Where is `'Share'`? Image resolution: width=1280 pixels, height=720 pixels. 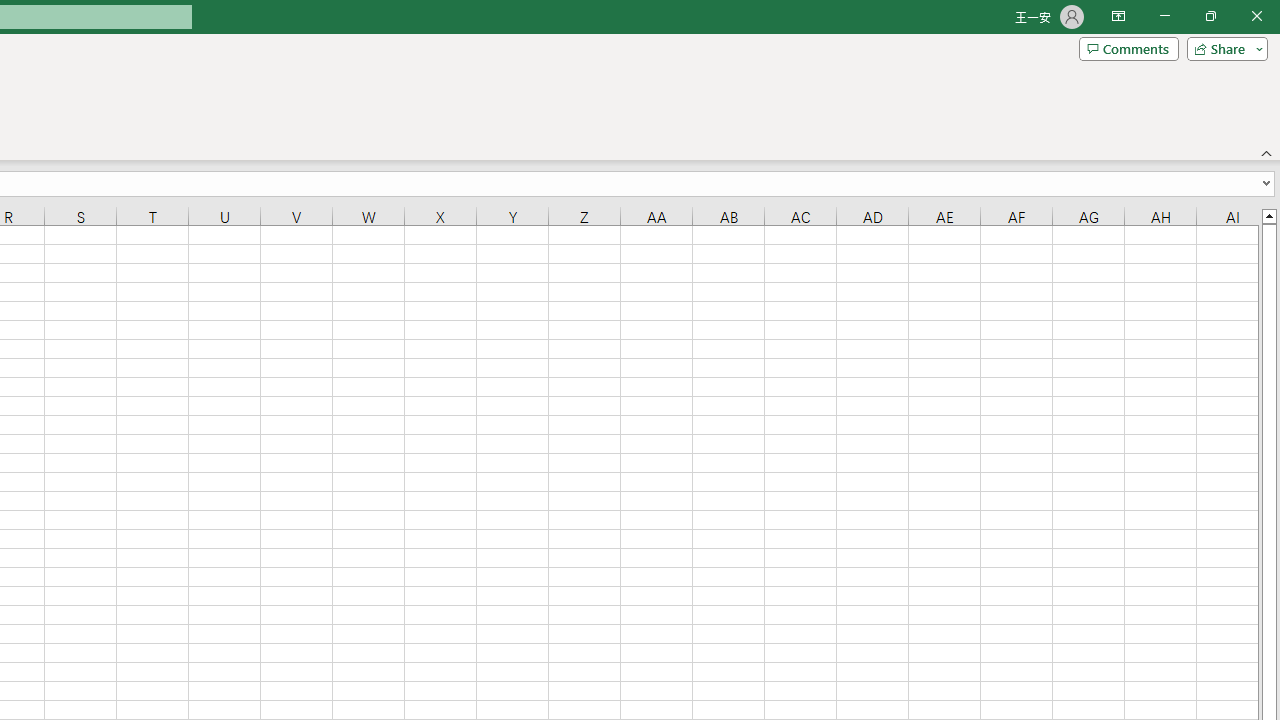
'Share' is located at coordinates (1222, 47).